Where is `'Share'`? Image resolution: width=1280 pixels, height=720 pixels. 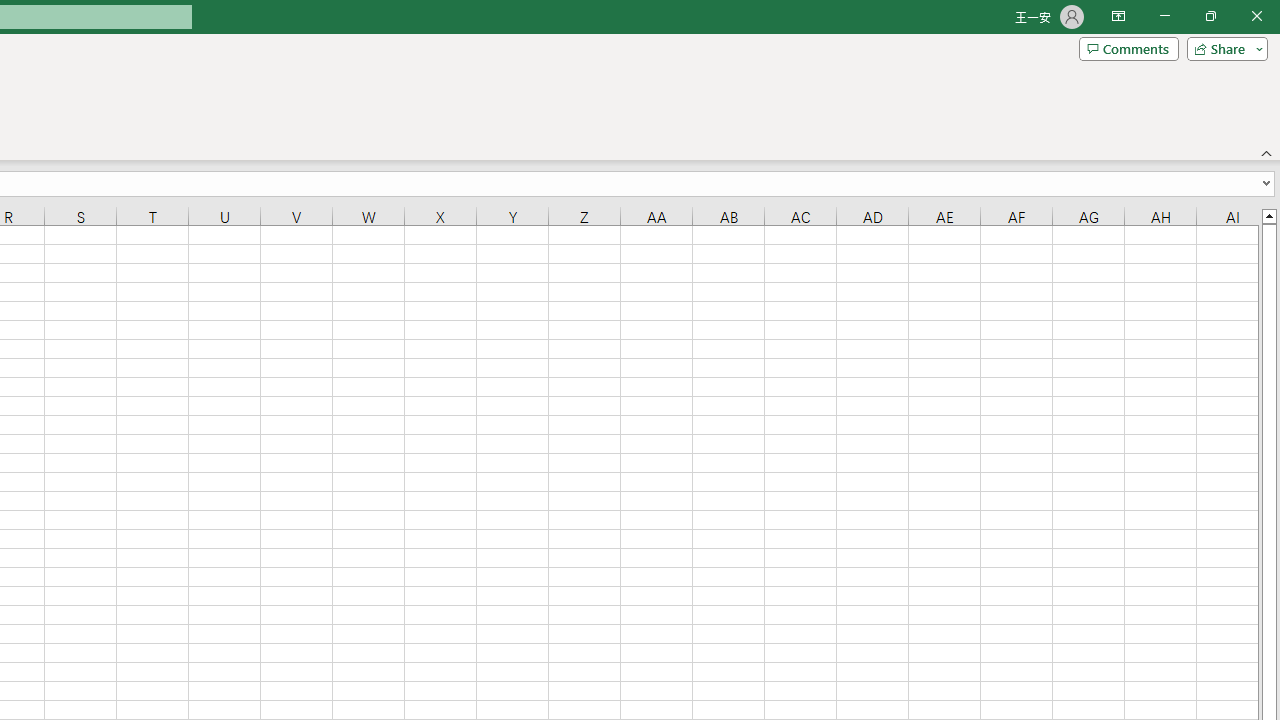
'Share' is located at coordinates (1222, 47).